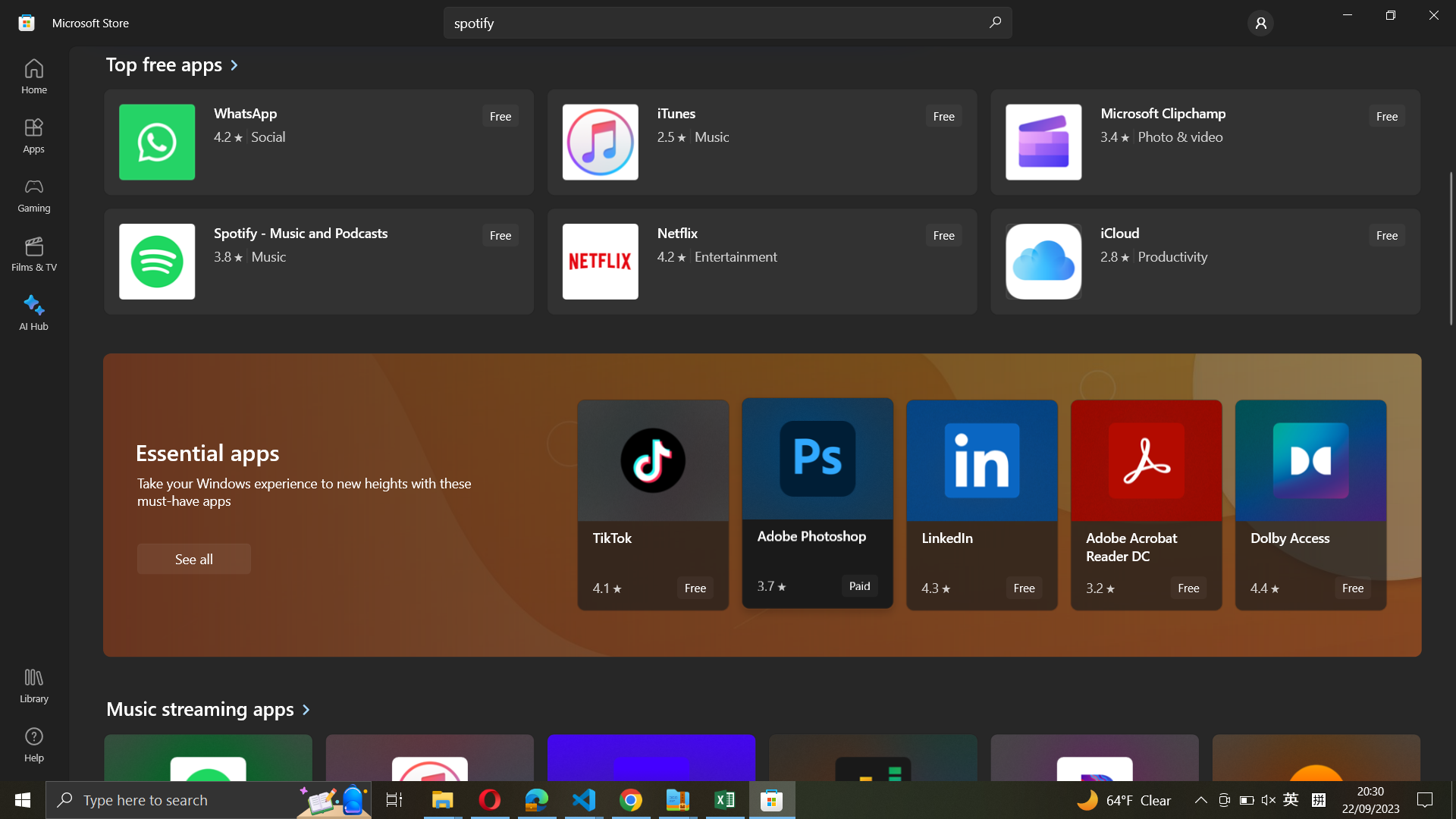 The width and height of the screenshot is (1456, 819). I want to click on Gaming Tab, so click(35, 195).